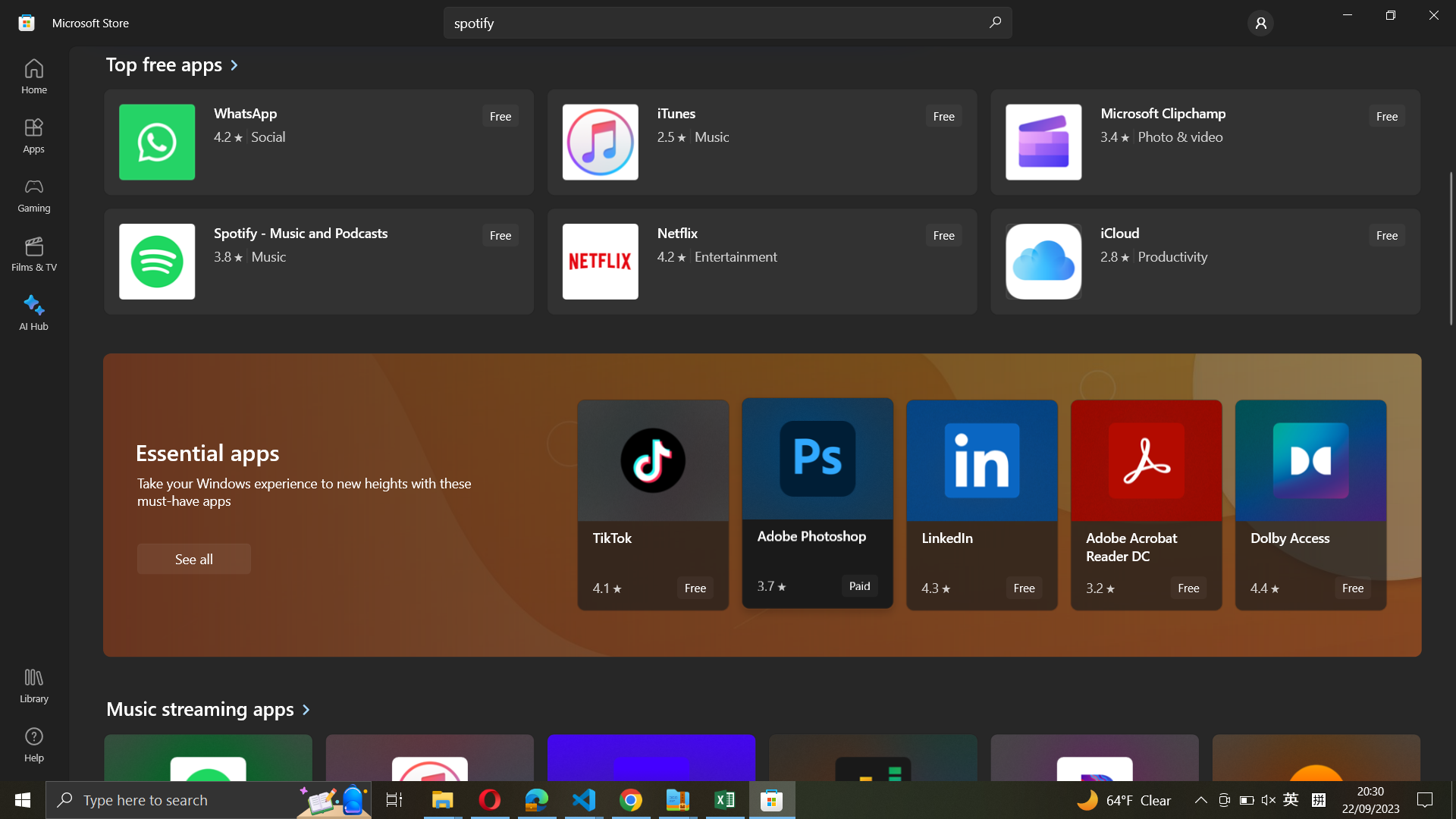 The width and height of the screenshot is (1456, 819). I want to click on Gaming Tab, so click(35, 195).